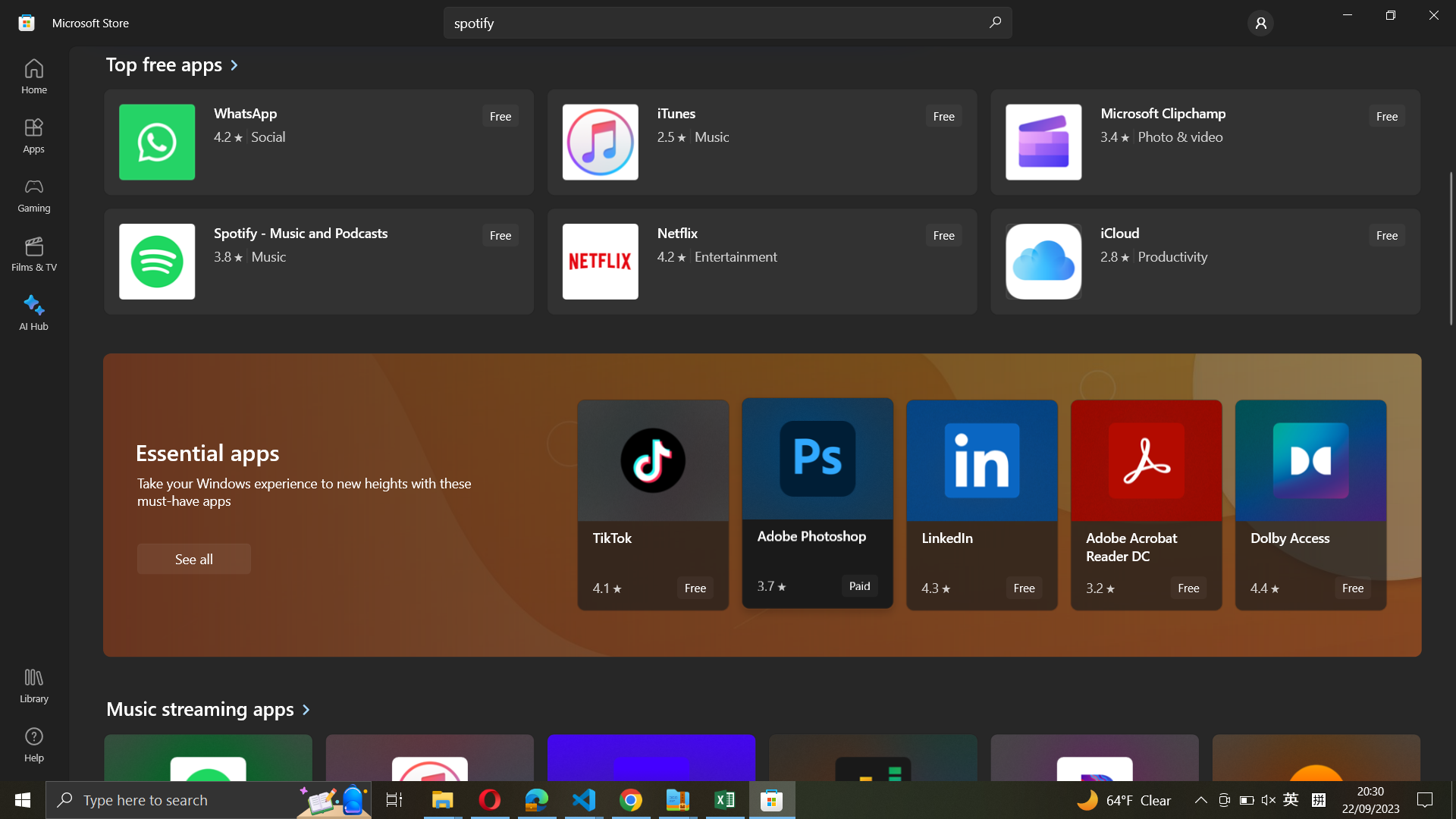 The width and height of the screenshot is (1456, 819). I want to click on Gaming Tab, so click(35, 195).